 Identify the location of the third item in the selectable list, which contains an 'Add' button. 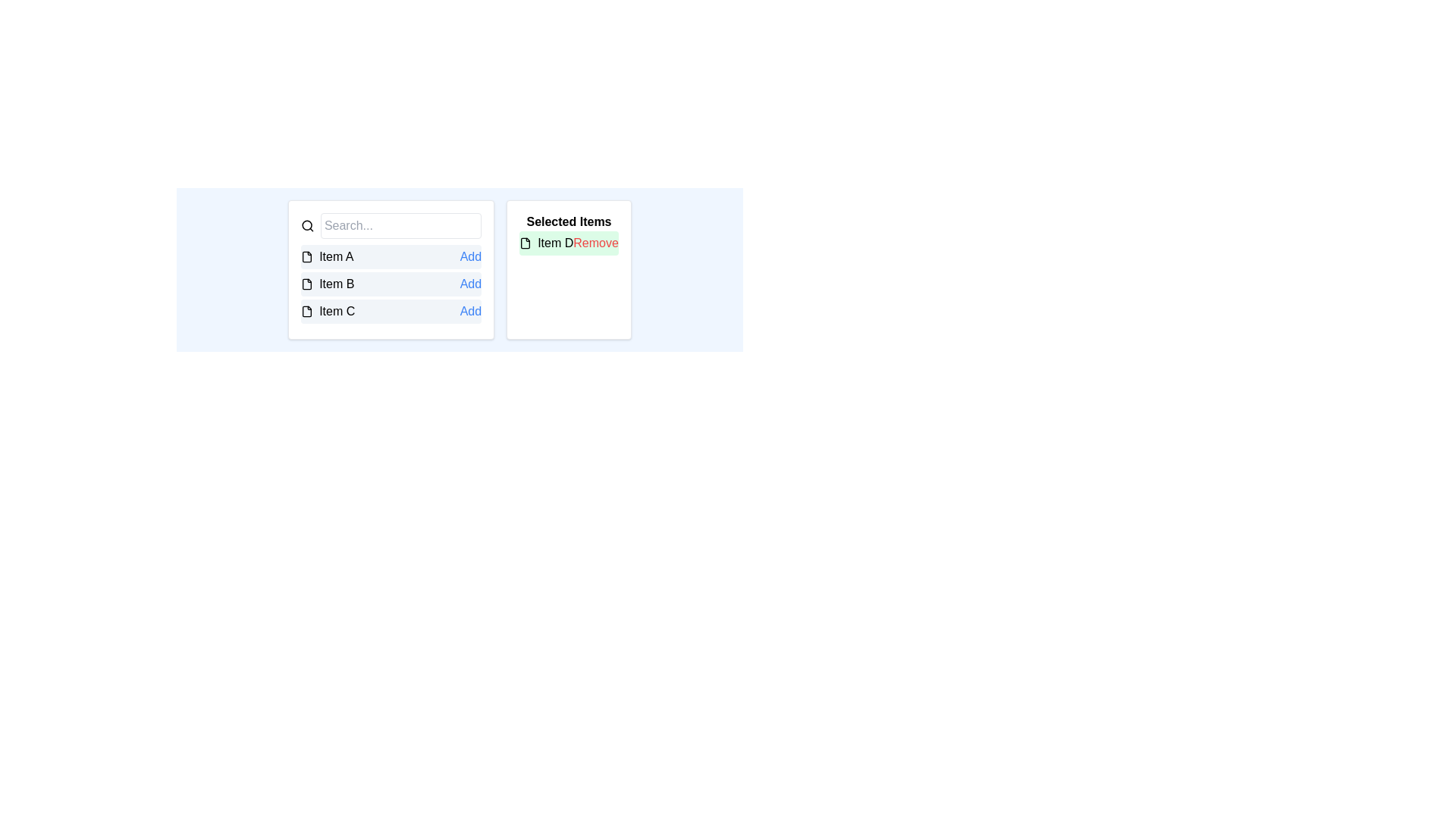
(391, 311).